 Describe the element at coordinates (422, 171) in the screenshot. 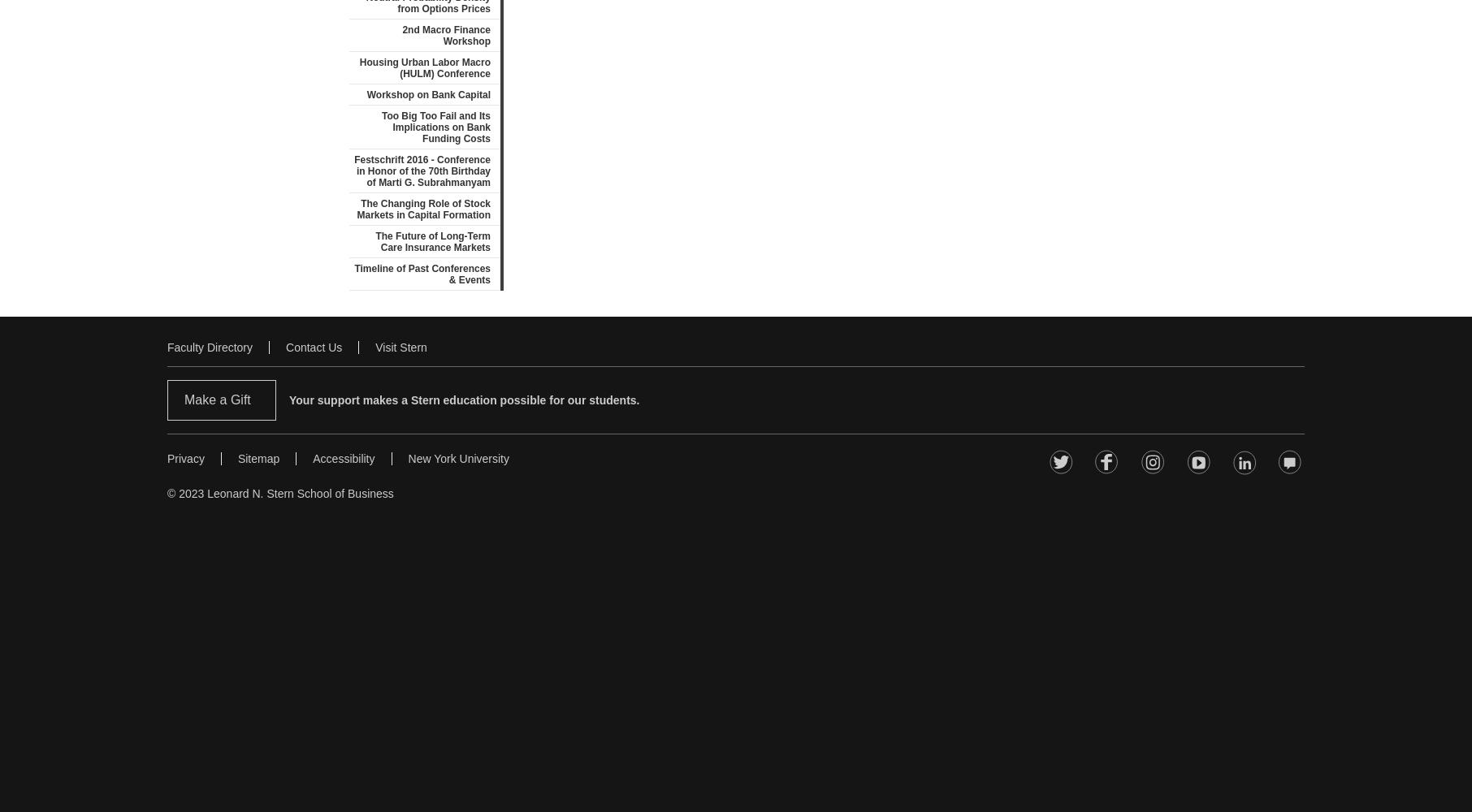

I see `'Festschrift 2016 - Conference in Honor of the 70th Birthday of Marti G. Subrahmanyam'` at that location.